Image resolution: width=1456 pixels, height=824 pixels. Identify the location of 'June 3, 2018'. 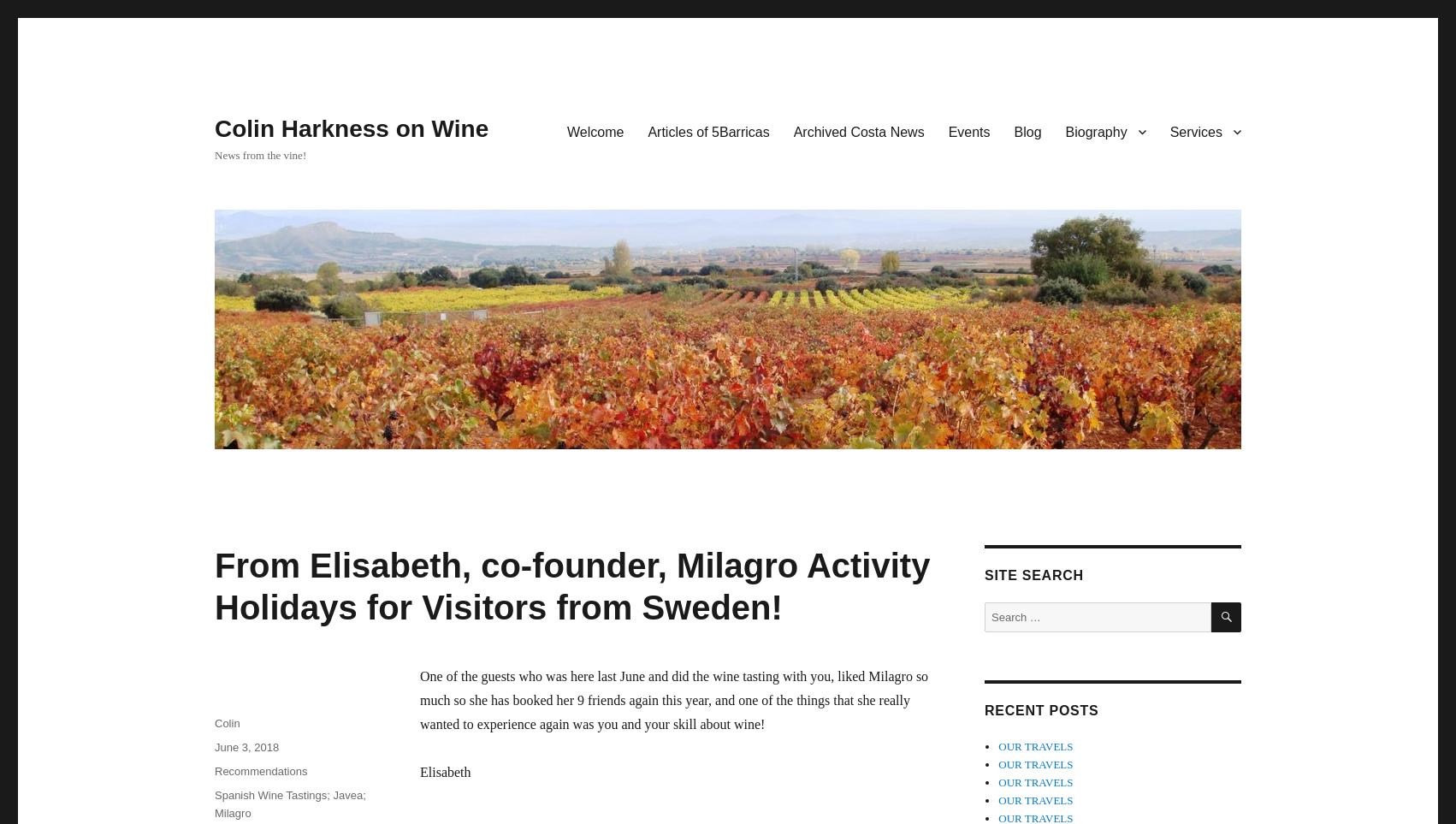
(246, 747).